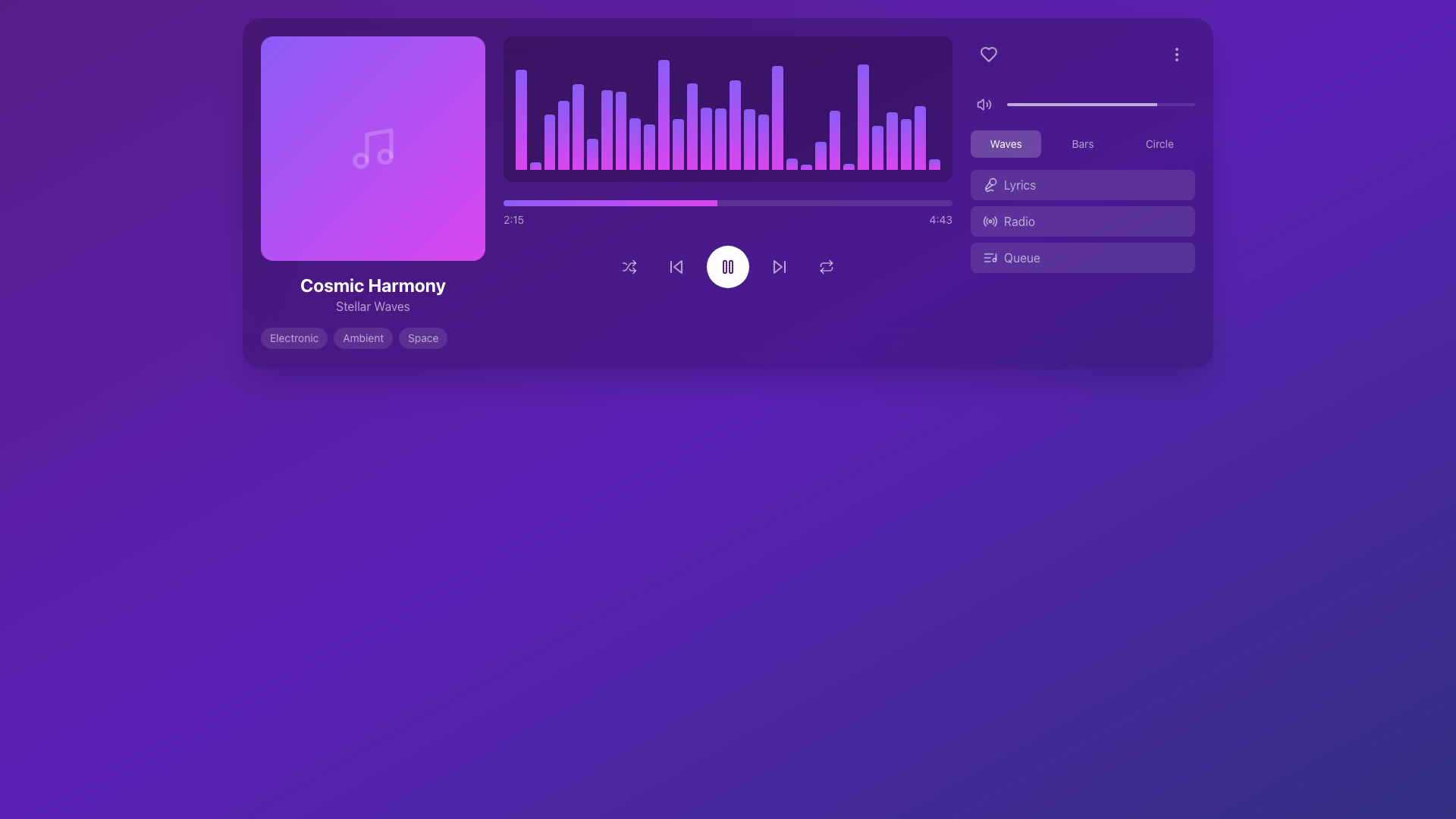 This screenshot has height=819, width=1456. Describe the element at coordinates (984, 104) in the screenshot. I see `the speaker icon button with sound waves, located at the top-right section of the interface` at that location.